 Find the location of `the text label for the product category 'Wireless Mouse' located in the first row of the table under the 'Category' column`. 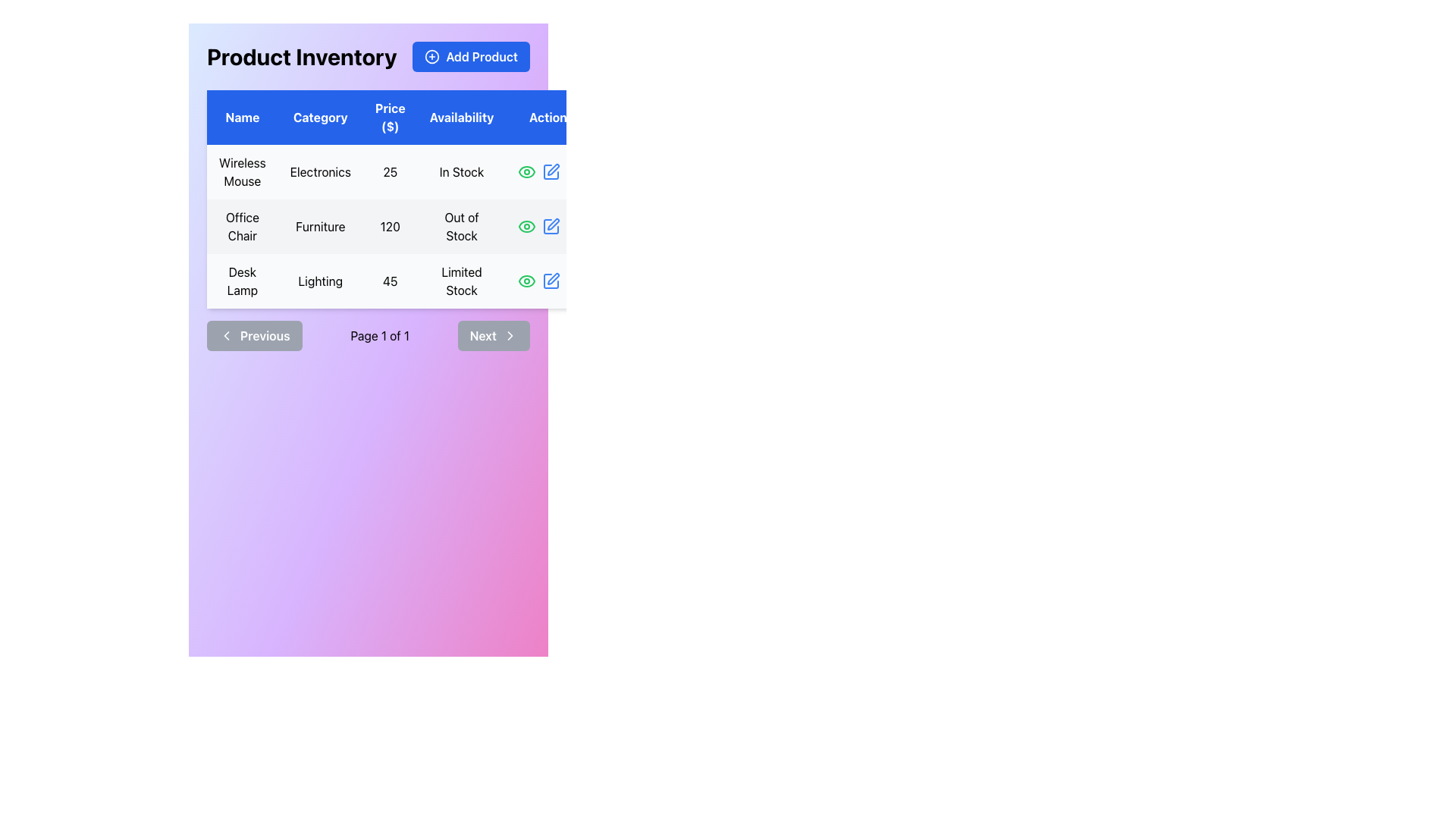

the text label for the product category 'Wireless Mouse' located in the first row of the table under the 'Category' column is located at coordinates (319, 171).